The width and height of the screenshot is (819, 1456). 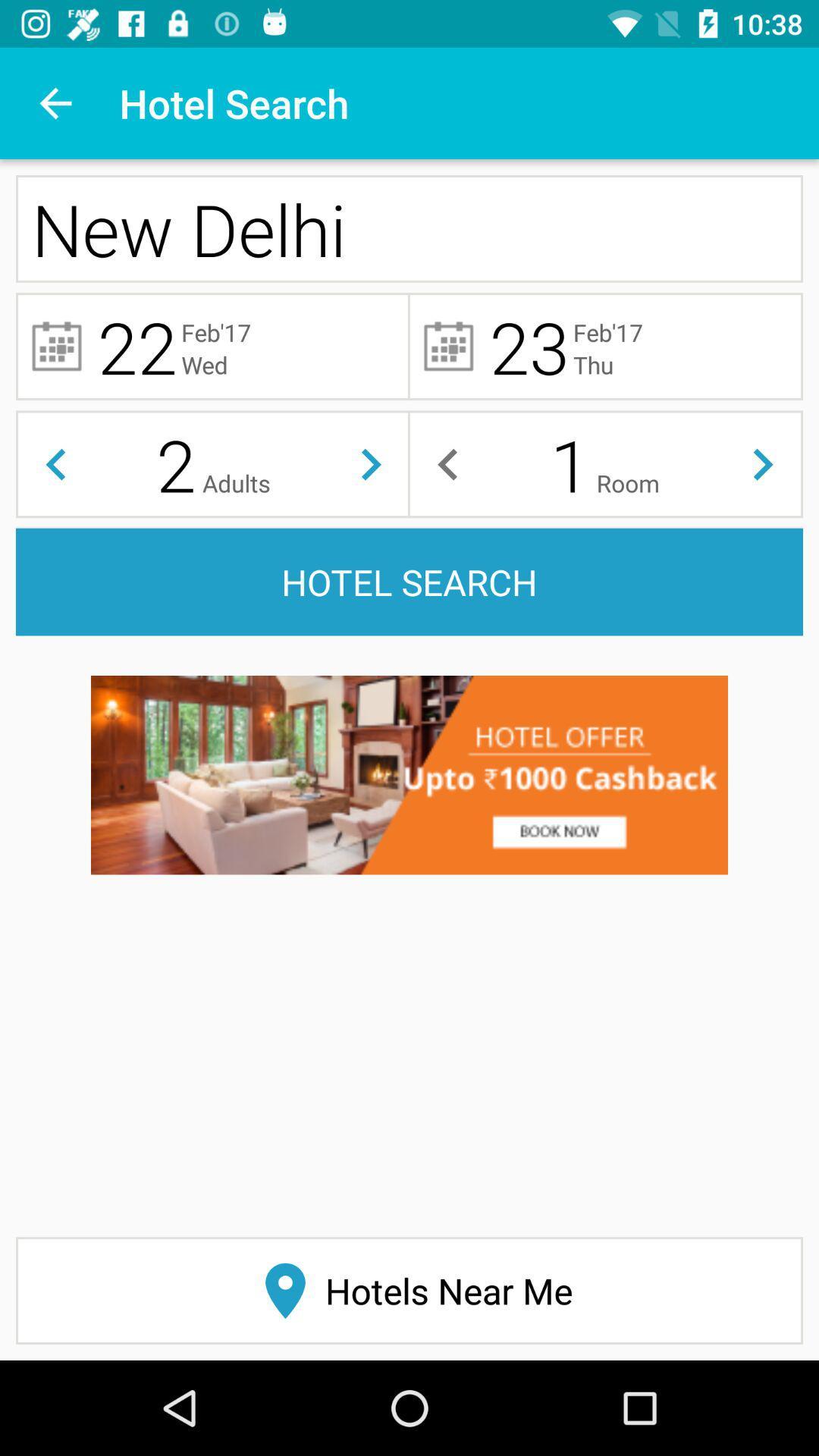 I want to click on before, so click(x=447, y=463).